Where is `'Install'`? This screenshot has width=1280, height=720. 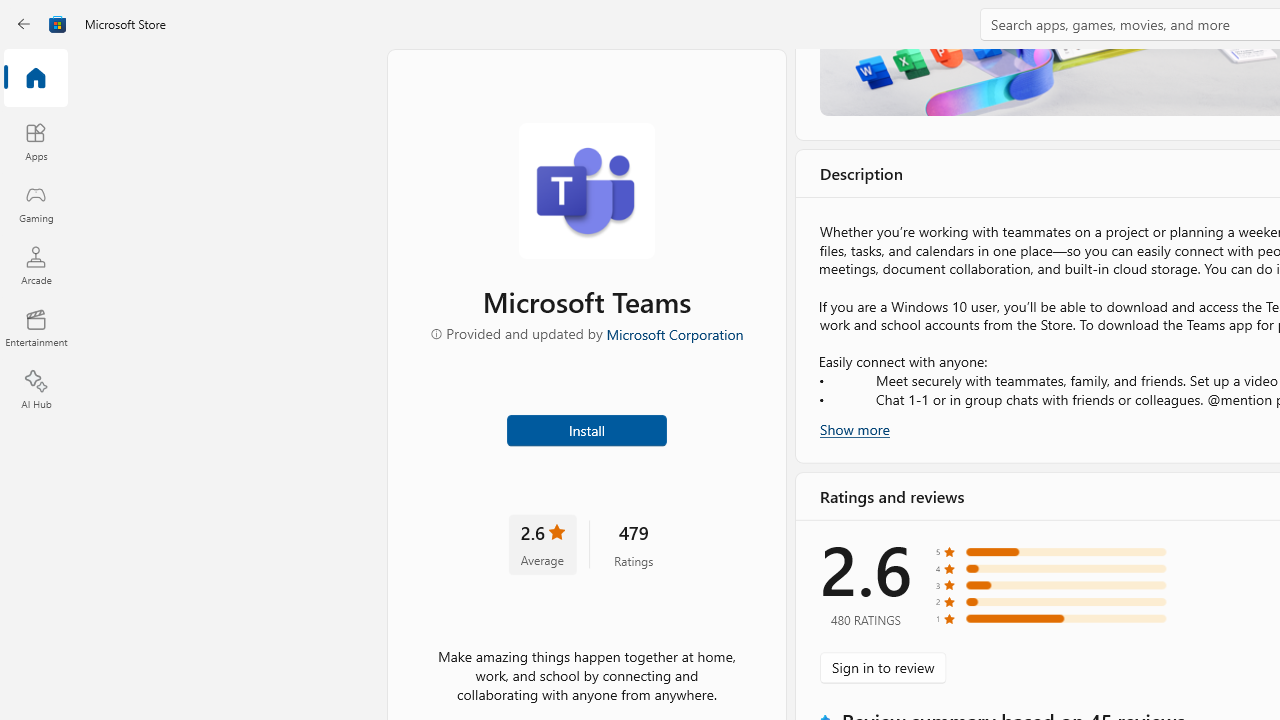 'Install' is located at coordinates (585, 428).